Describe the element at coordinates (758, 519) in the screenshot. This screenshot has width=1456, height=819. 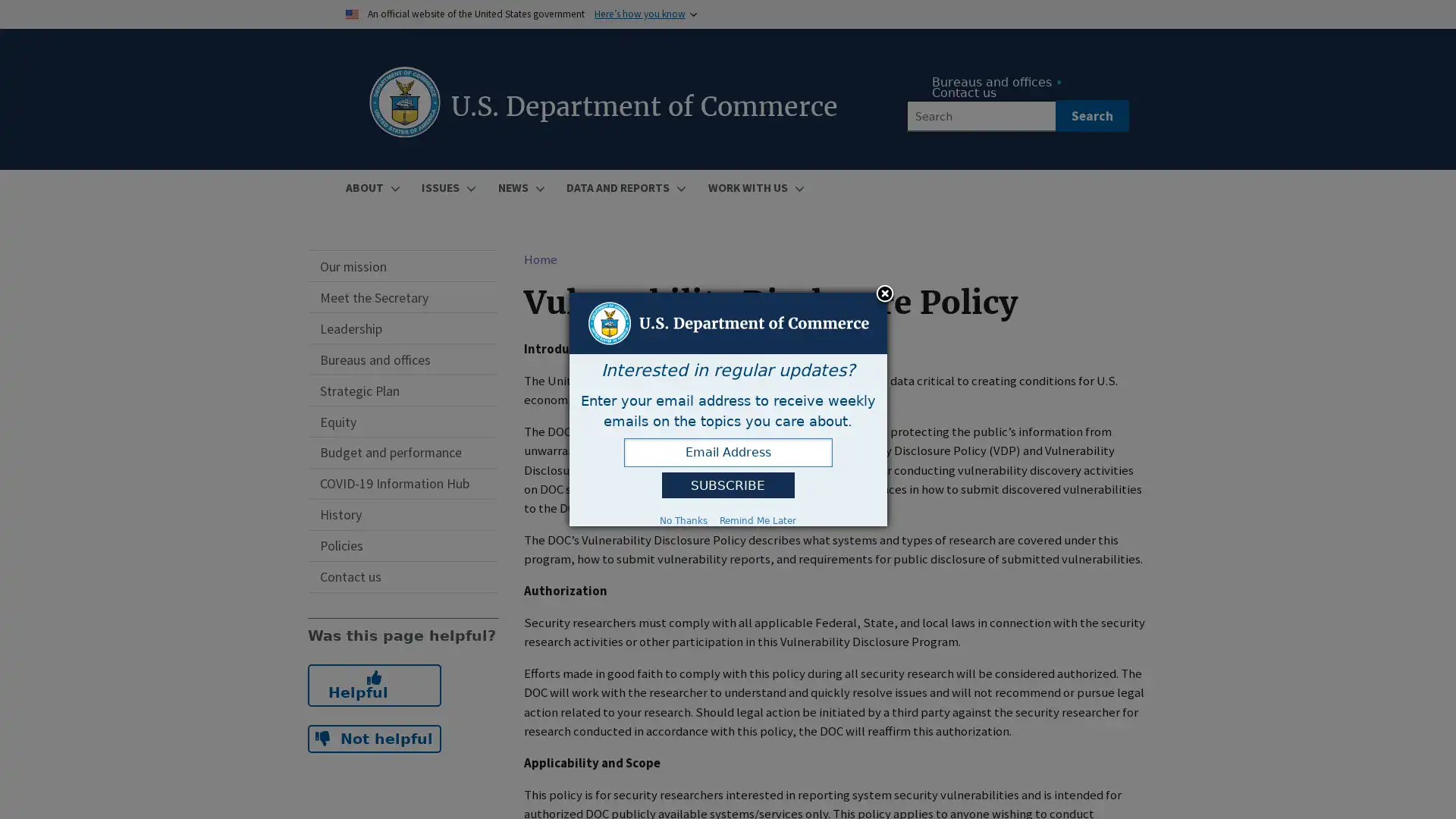
I see `Remind Me Later` at that location.